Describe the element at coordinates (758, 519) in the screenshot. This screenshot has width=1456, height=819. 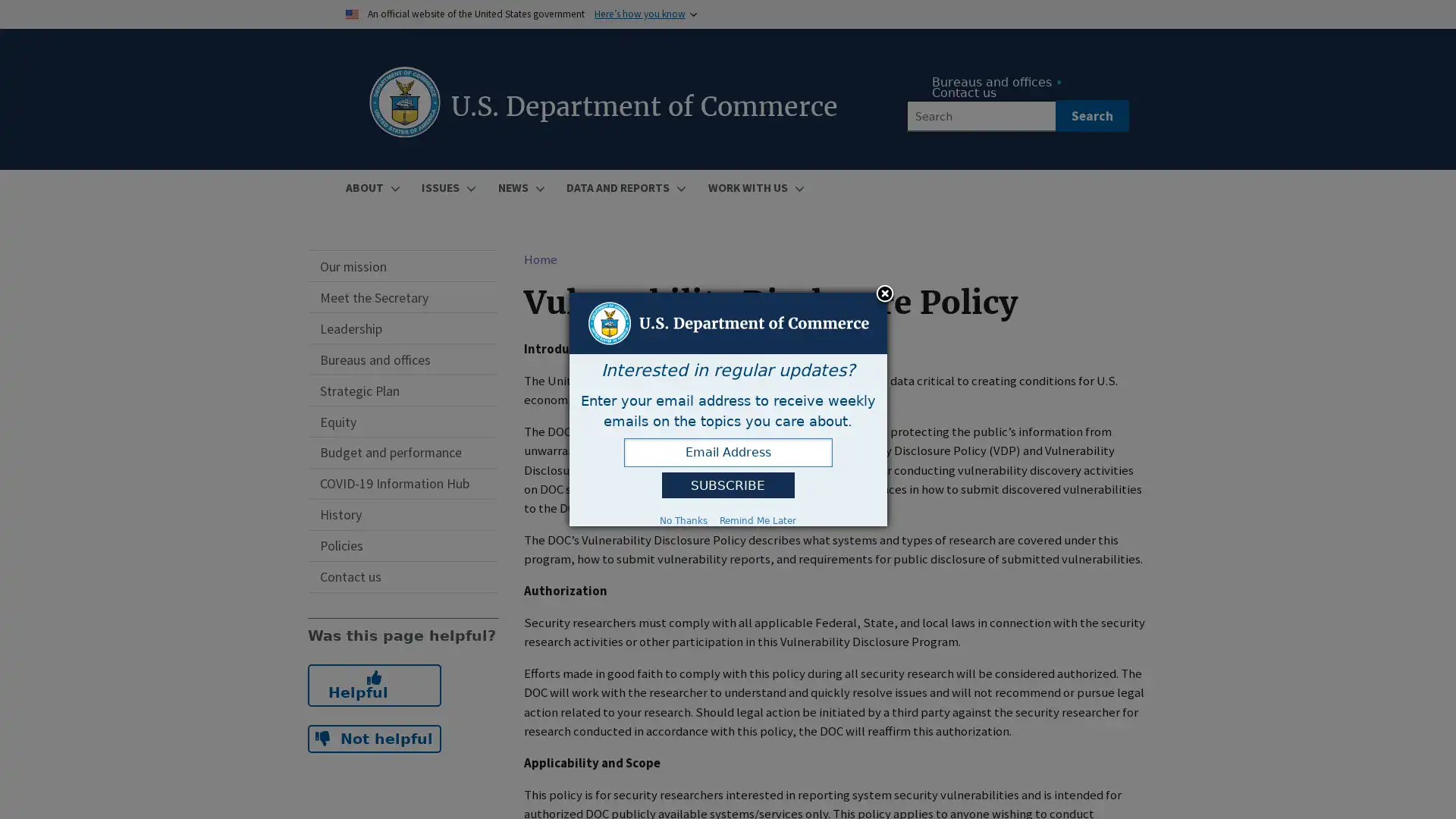
I see `Remind Me Later` at that location.